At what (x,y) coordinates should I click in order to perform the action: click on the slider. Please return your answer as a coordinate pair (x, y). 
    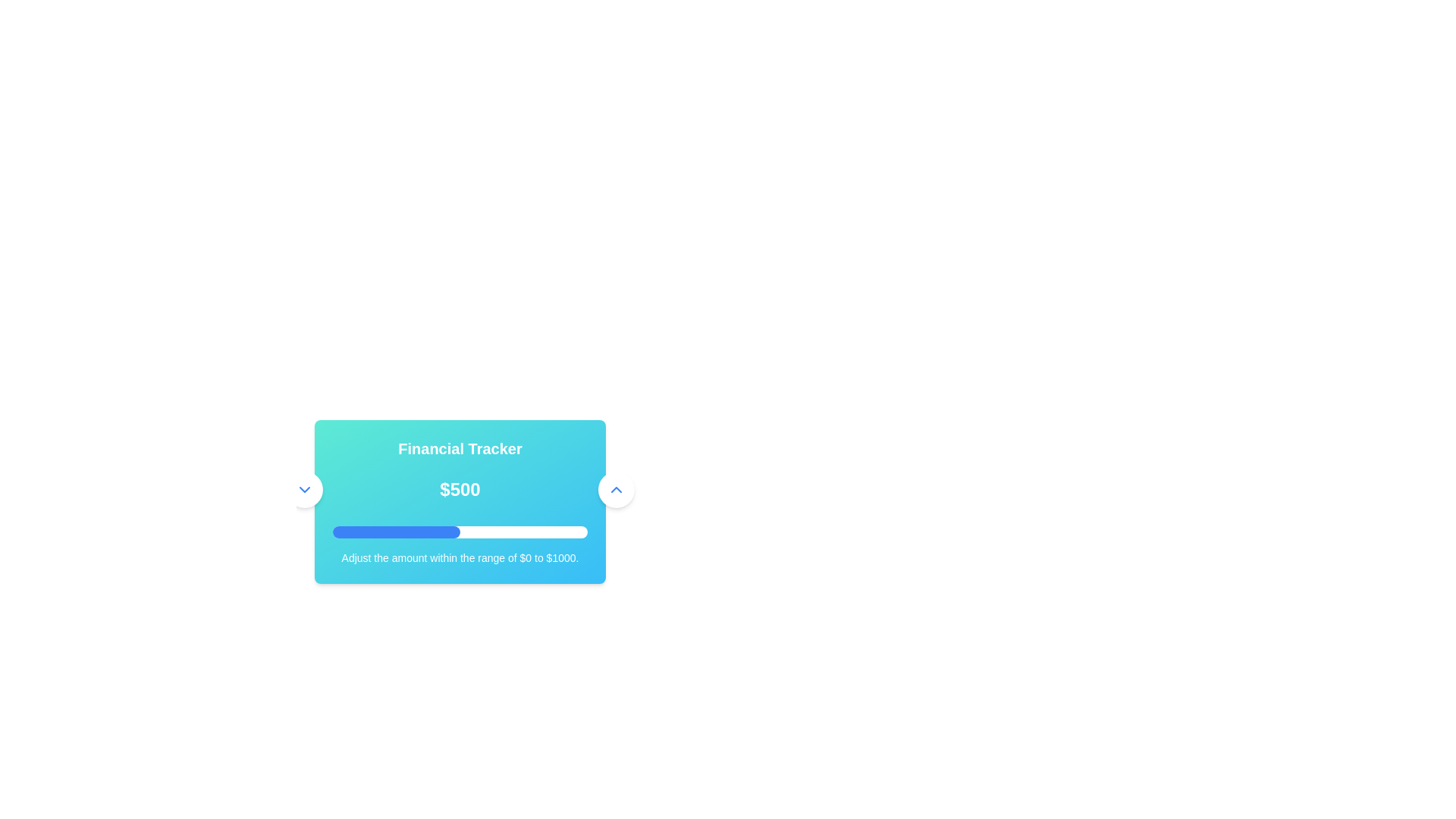
    Looking at the image, I should click on (479, 532).